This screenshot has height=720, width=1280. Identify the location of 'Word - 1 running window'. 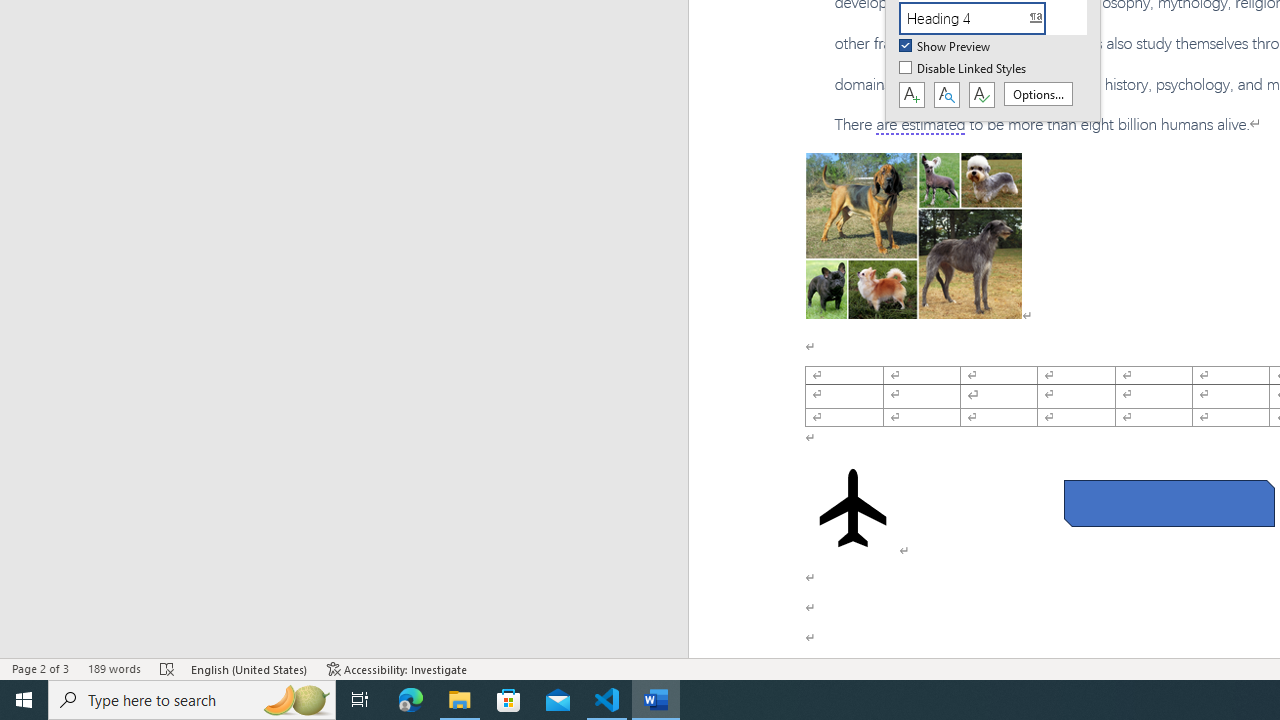
(656, 698).